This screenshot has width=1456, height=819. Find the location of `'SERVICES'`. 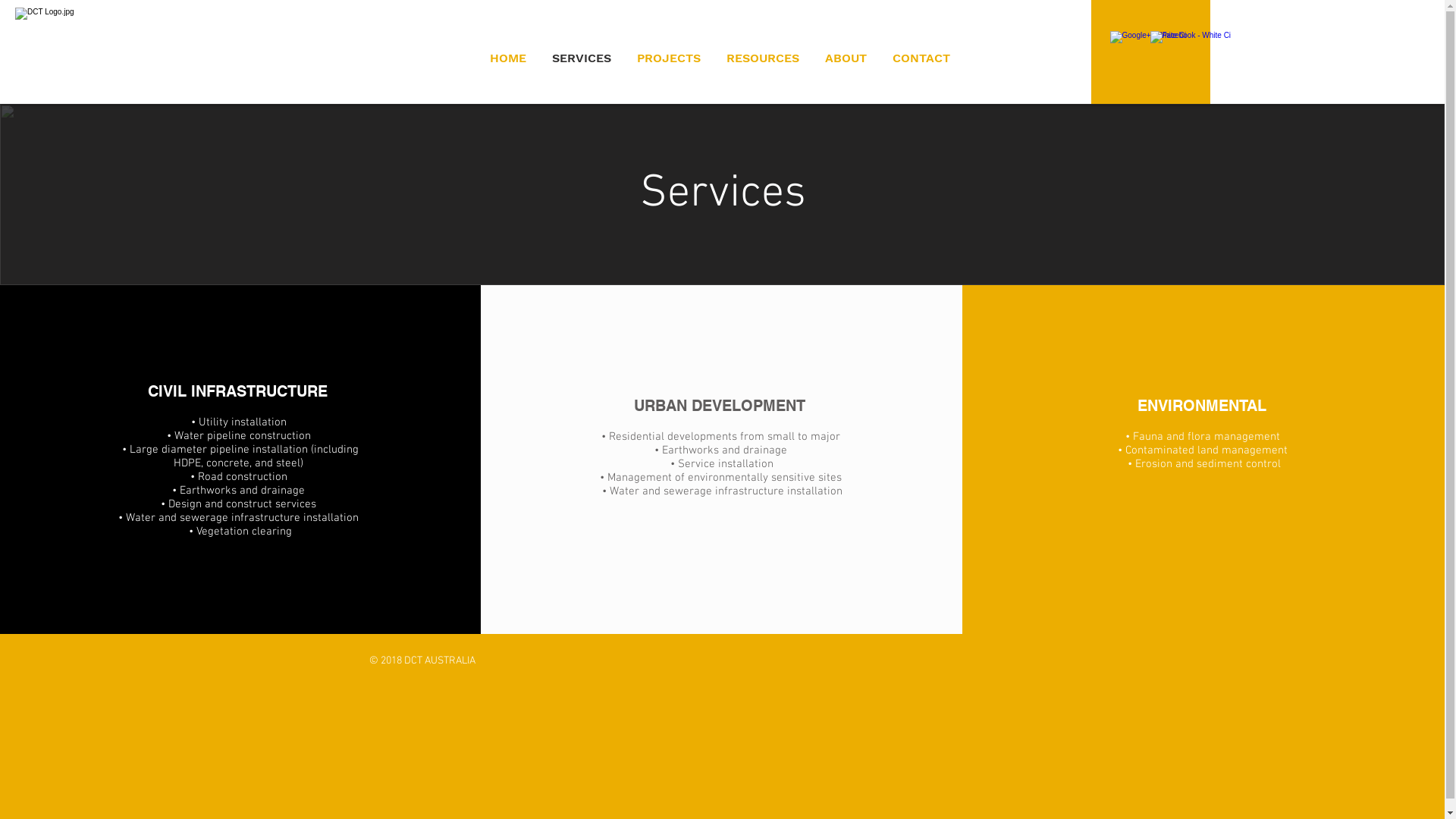

'SERVICES' is located at coordinates (538, 57).